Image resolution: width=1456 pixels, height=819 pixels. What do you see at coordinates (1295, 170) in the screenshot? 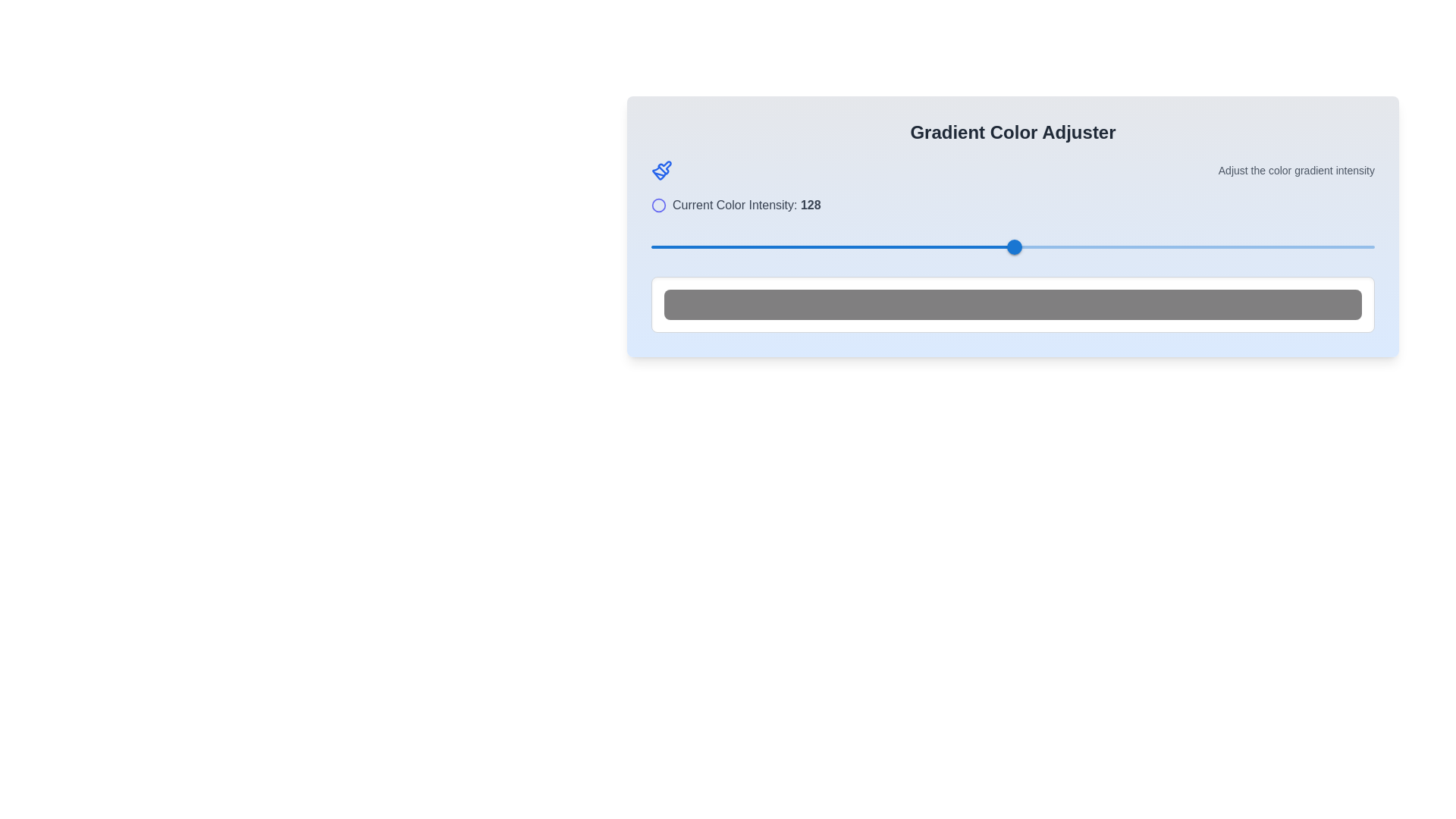
I see `text label stating 'Adjust the color gradient intensity', located in the upper-right corner of the 'Gradient Color Adjuster' panel` at bounding box center [1295, 170].